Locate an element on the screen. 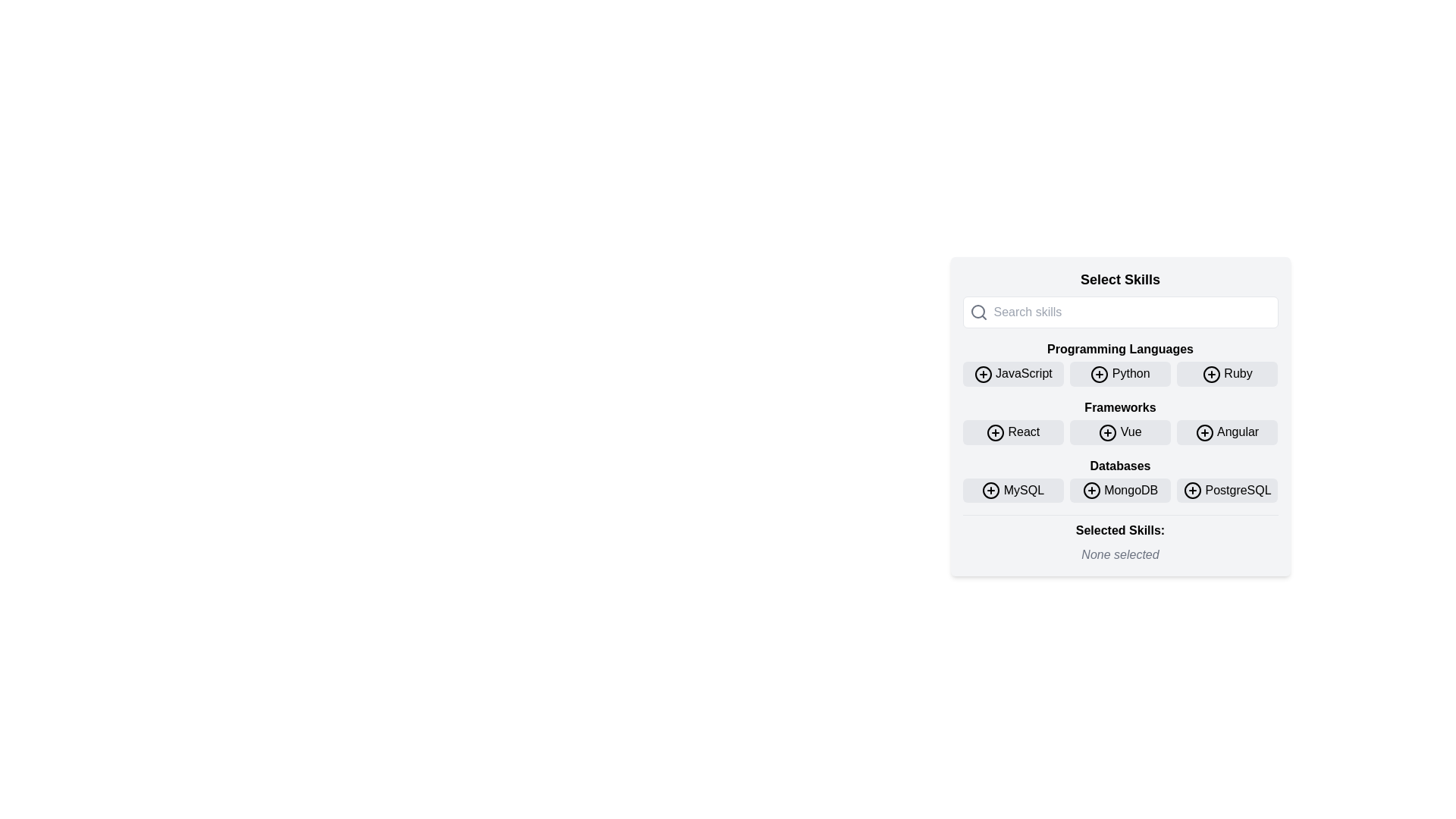 The height and width of the screenshot is (819, 1456). the circular graphic within the 'Vue' skill icon located in the 'Frameworks' section of the interface is located at coordinates (1108, 432).